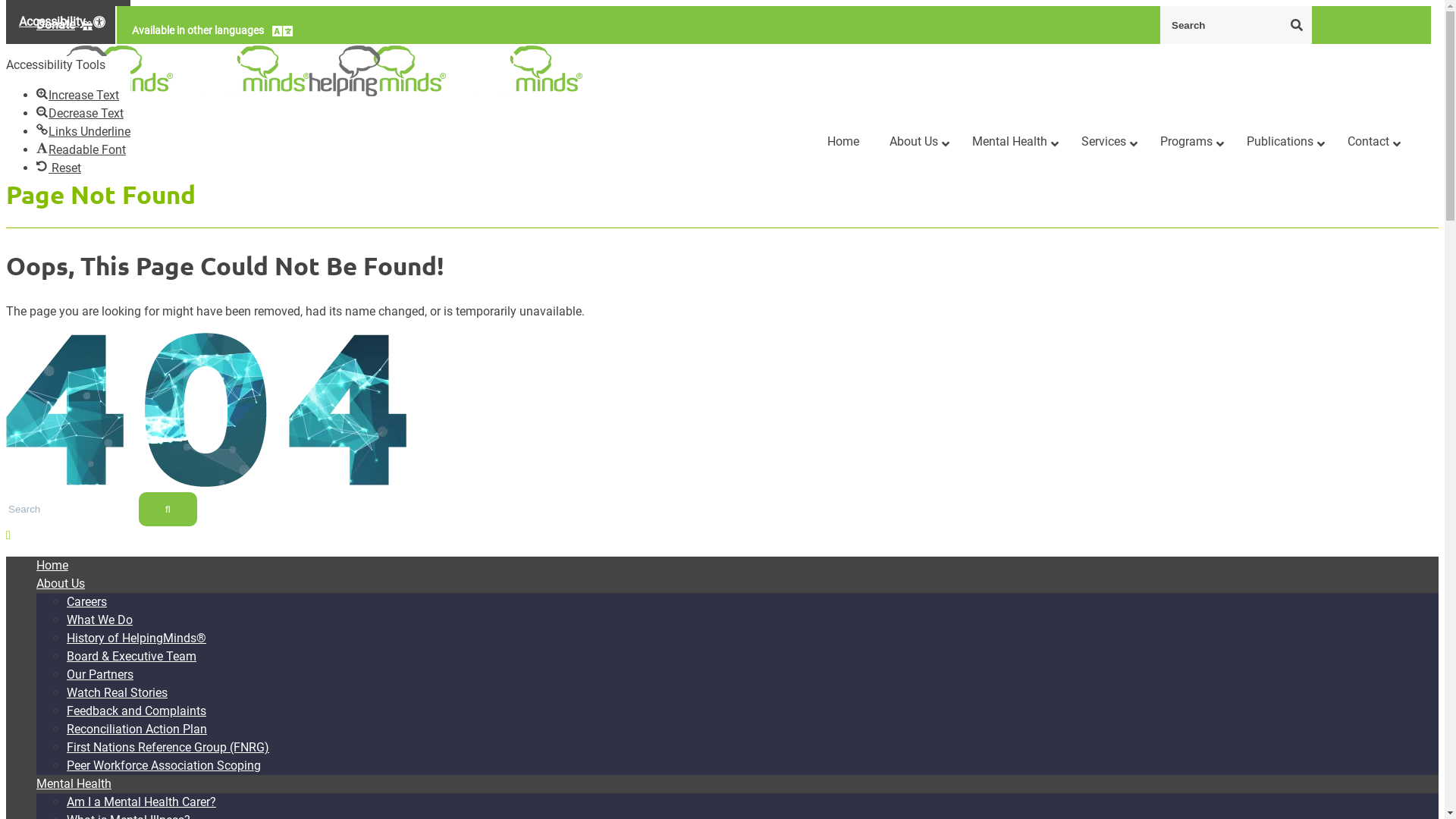 Image resolution: width=1456 pixels, height=819 pixels. I want to click on 'First Nations Reference Group (FNRG)', so click(65, 746).